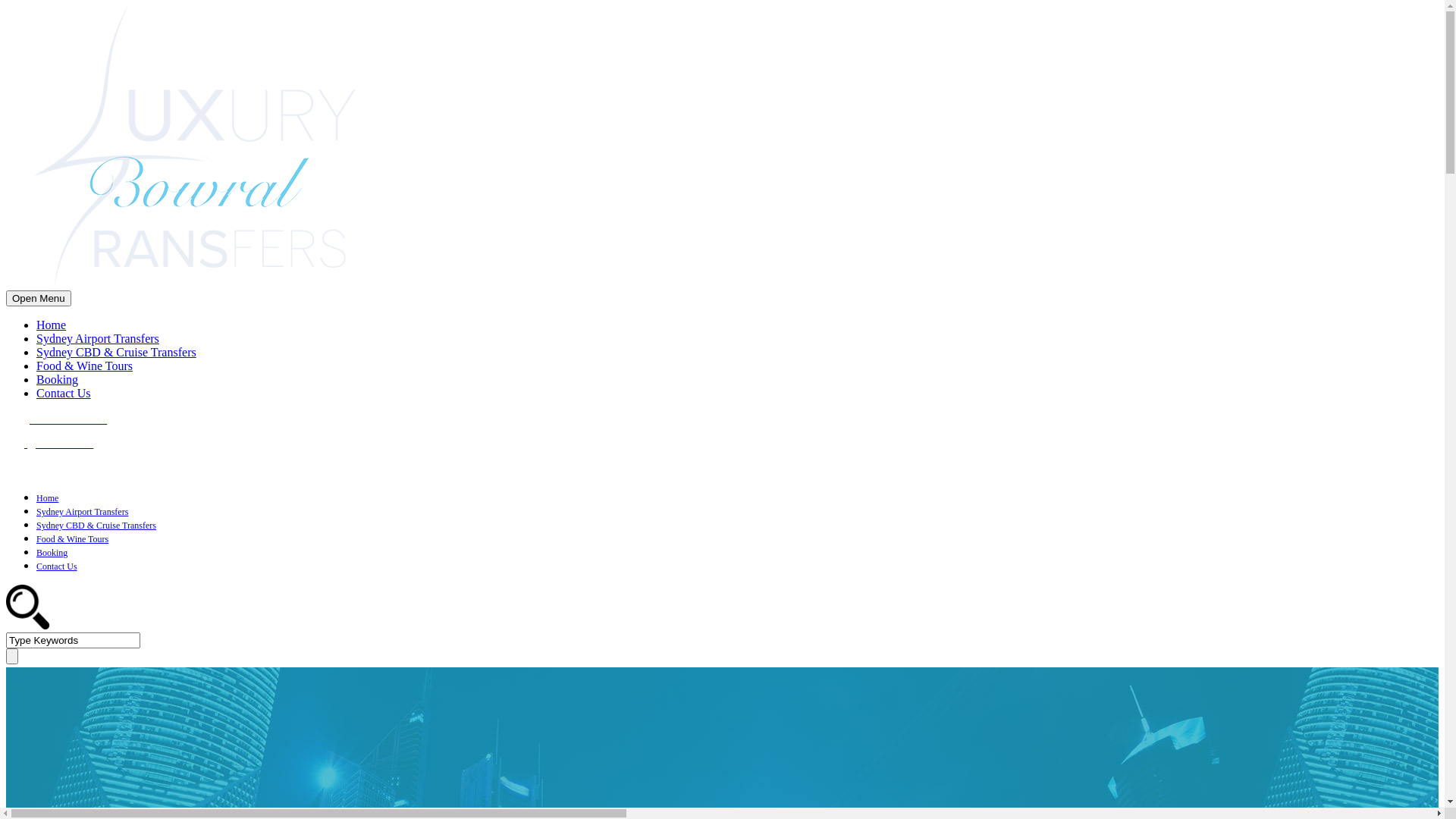 Image resolution: width=1456 pixels, height=819 pixels. I want to click on 'Sydney Airport Transfers', so click(97, 337).